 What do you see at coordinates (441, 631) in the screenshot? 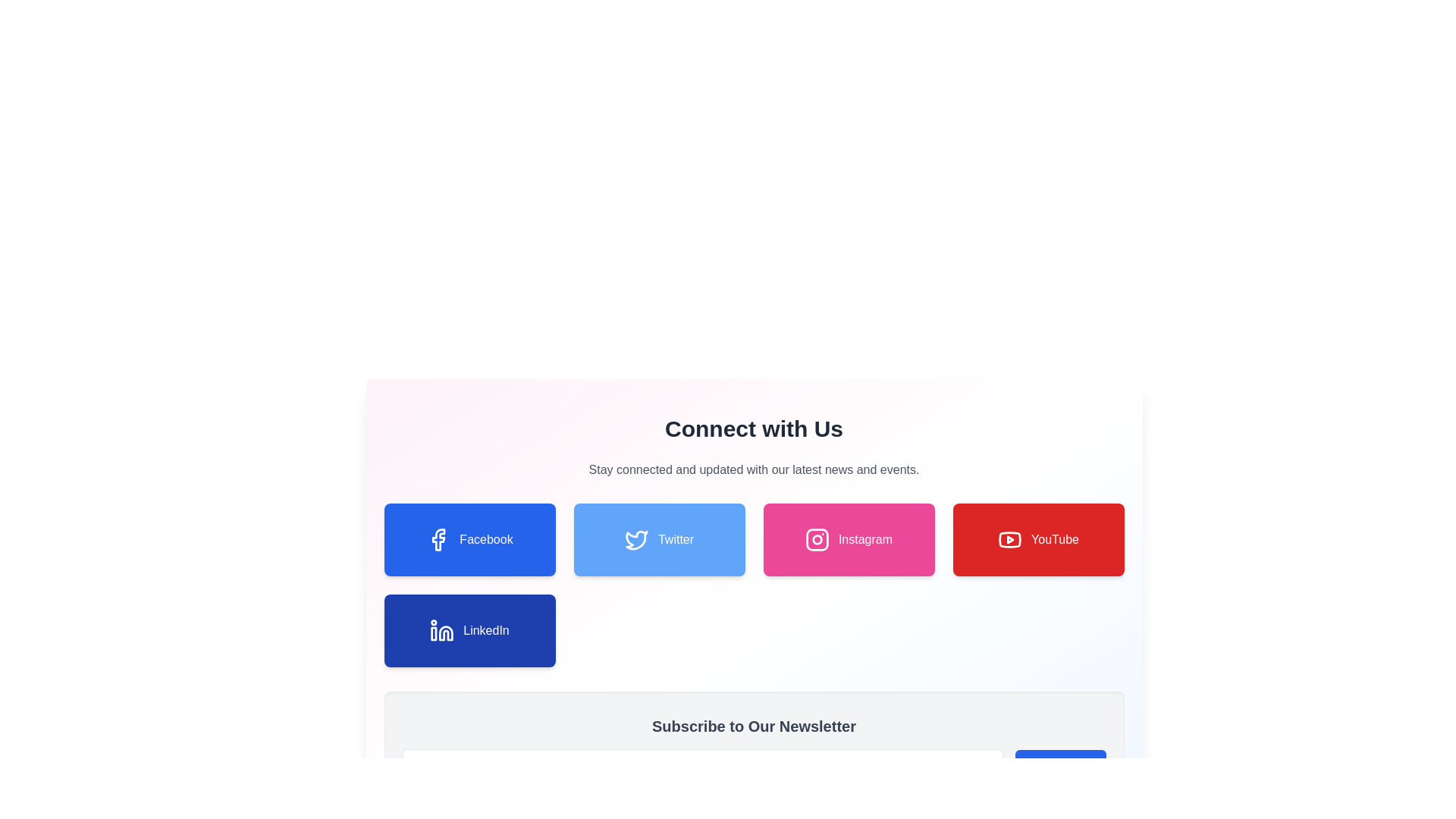
I see `the LinkedIn icon, which is part of a blue button above the text 'LinkedIn' in the second row of the grid layout` at bounding box center [441, 631].